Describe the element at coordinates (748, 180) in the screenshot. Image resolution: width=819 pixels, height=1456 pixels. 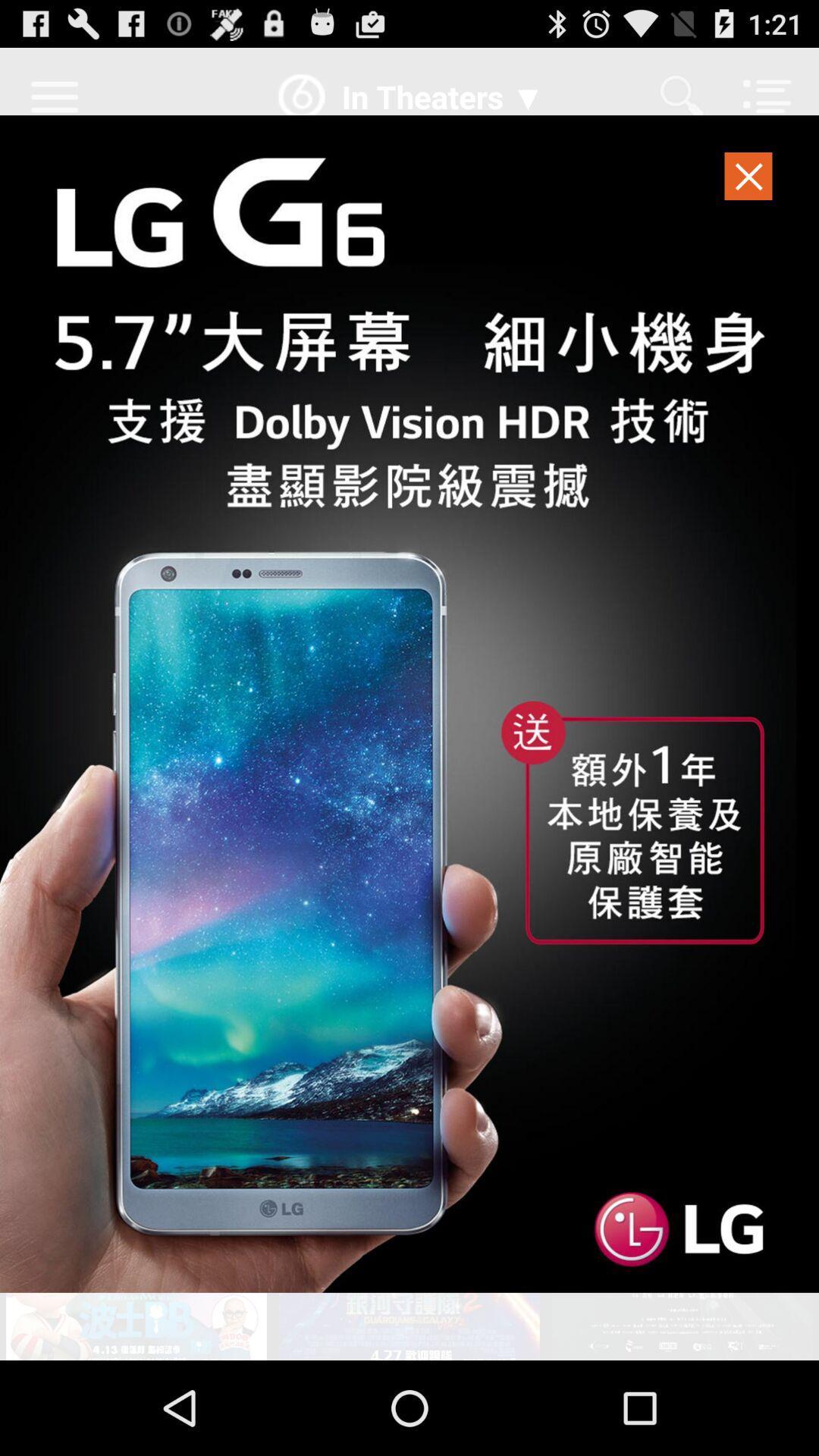
I see `close` at that location.